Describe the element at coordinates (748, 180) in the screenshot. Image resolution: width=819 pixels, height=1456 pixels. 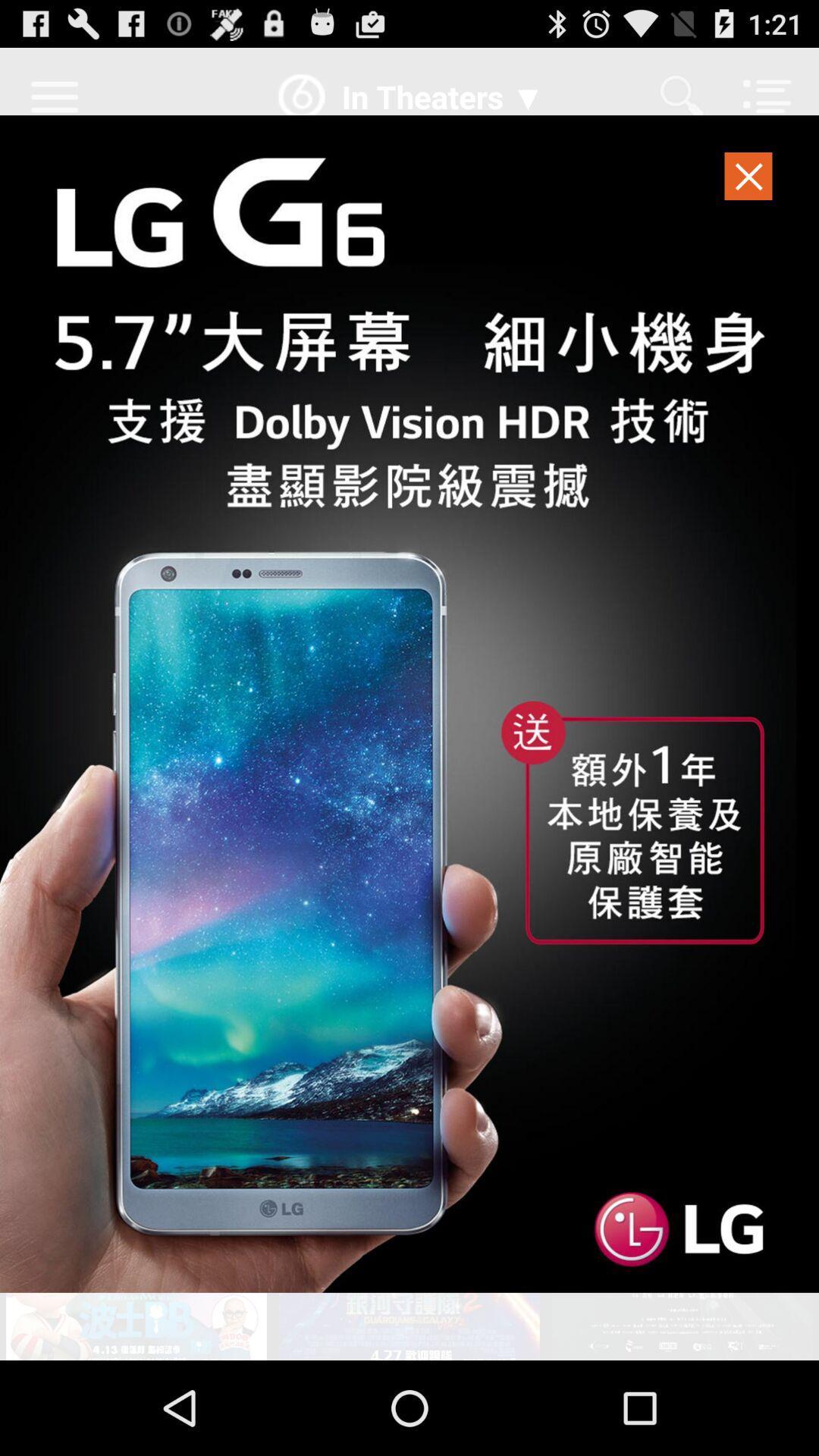
I see `close` at that location.